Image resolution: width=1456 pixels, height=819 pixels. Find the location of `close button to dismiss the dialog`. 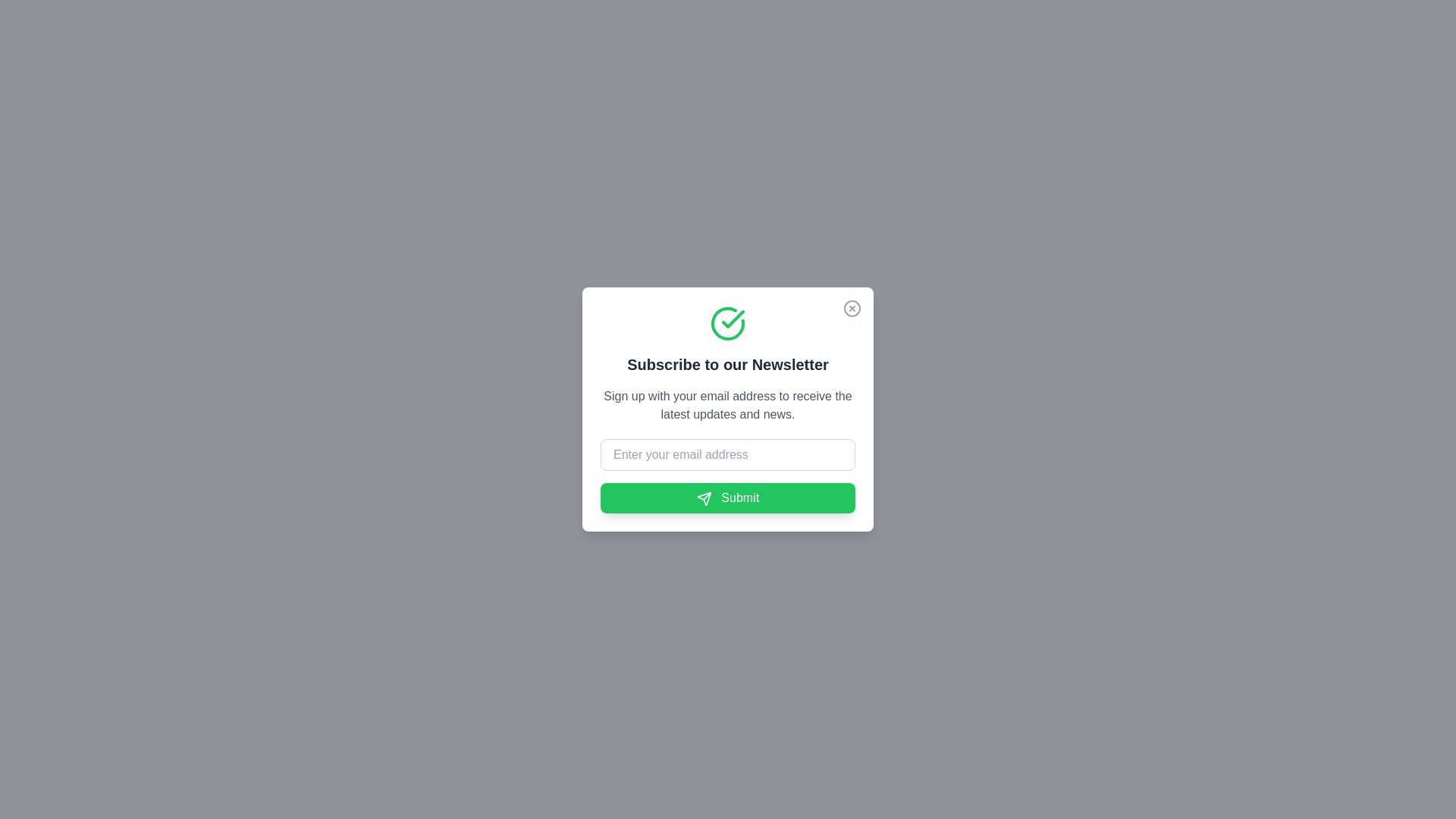

close button to dismiss the dialog is located at coordinates (852, 308).